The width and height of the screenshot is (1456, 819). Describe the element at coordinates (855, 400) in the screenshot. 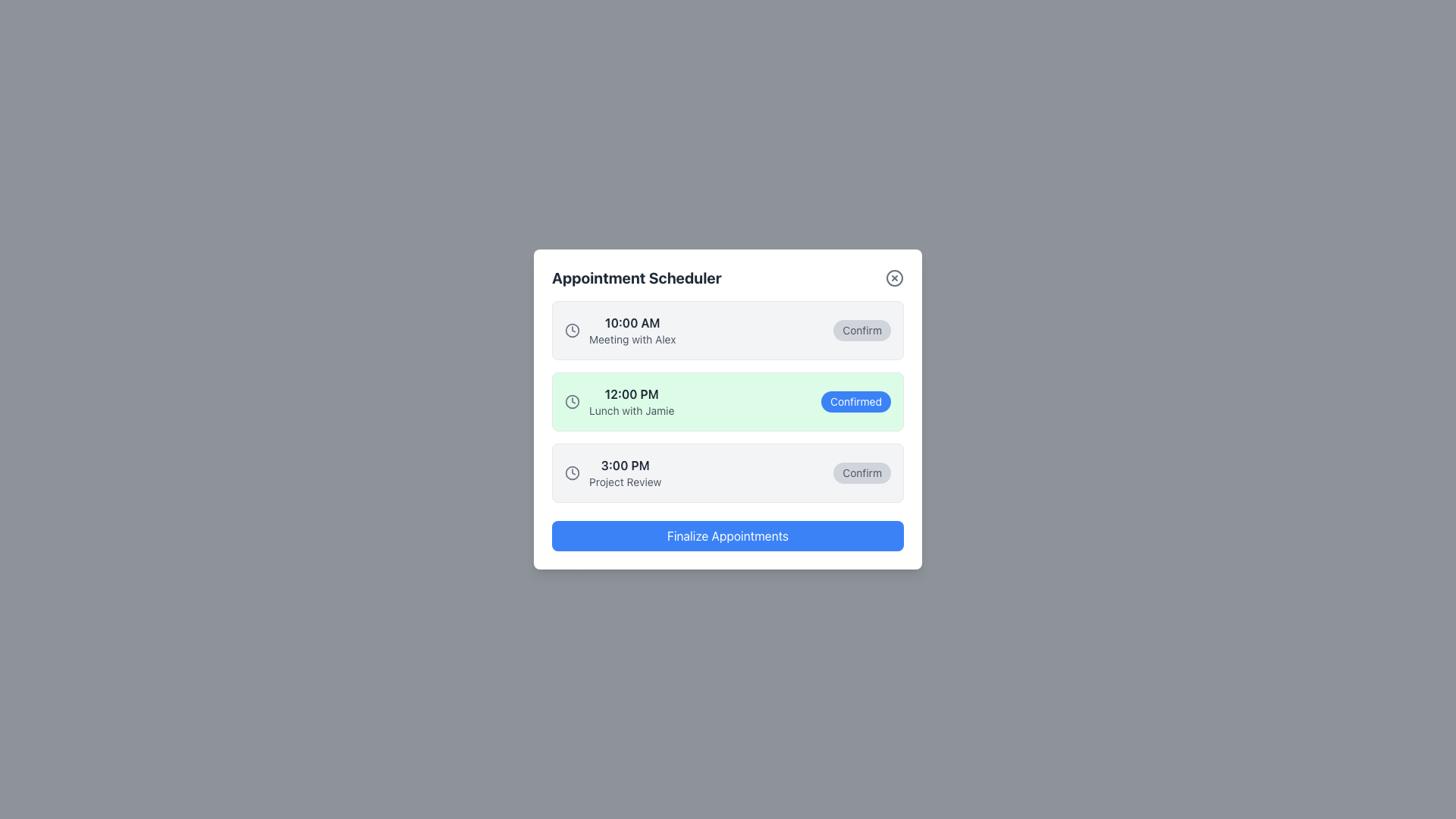

I see `the 'Confirmed' button to interact with the appointment status` at that location.